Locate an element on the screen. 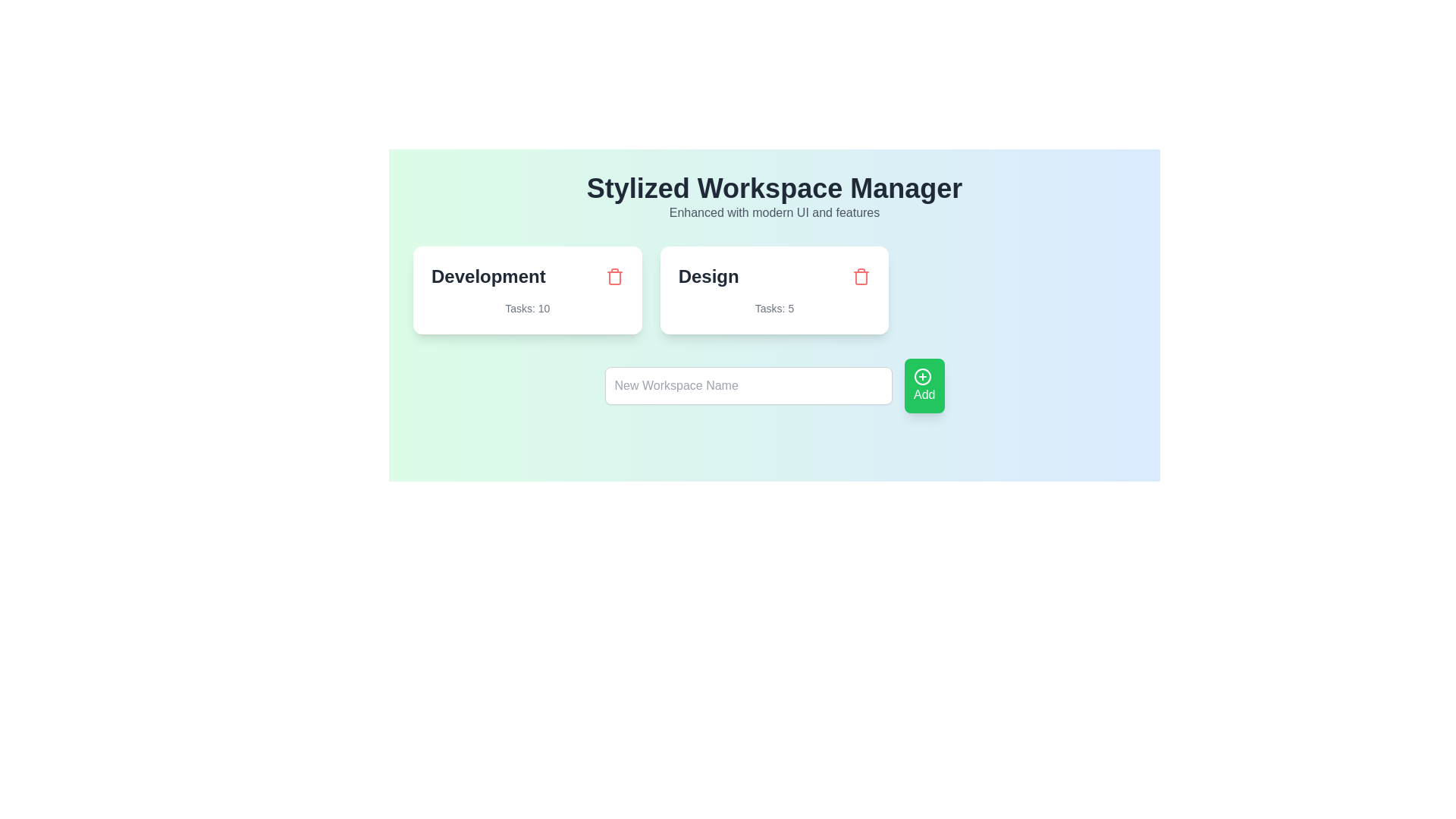 The width and height of the screenshot is (1456, 819). the decorative delete/trash icon located in the top-right corner of the card beneath the 'Design' section is located at coordinates (861, 278).